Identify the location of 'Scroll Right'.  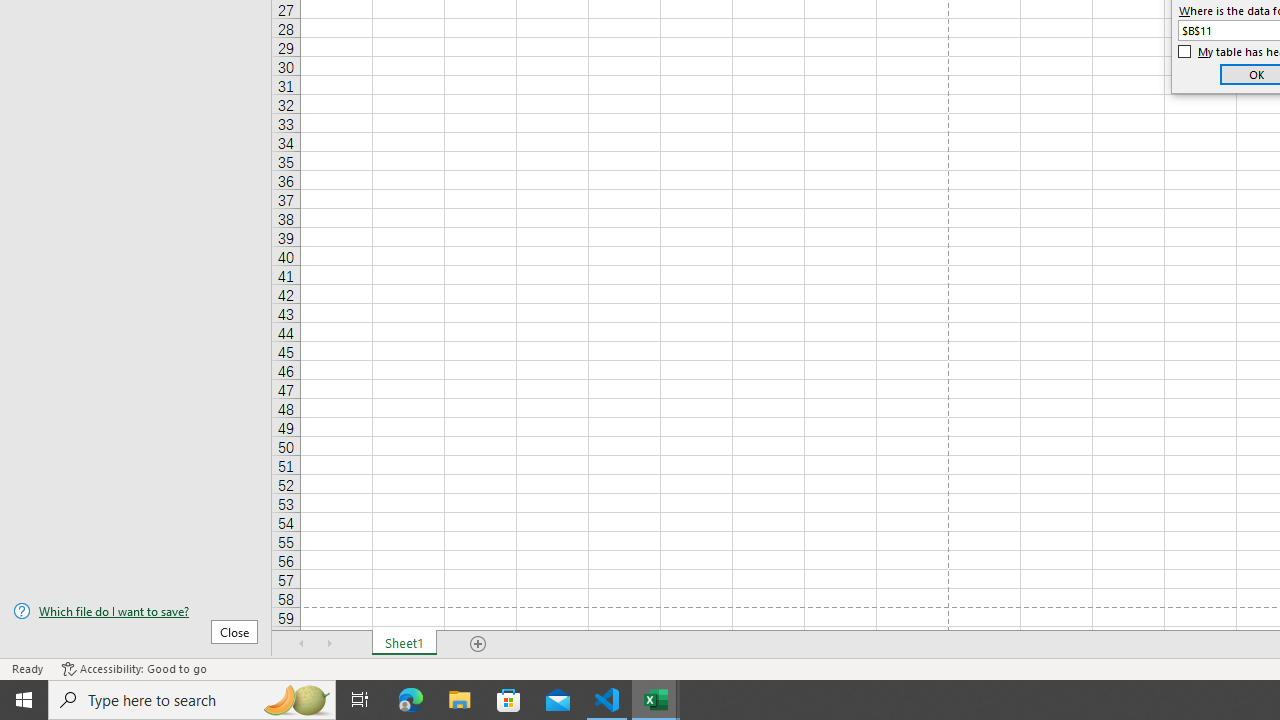
(330, 644).